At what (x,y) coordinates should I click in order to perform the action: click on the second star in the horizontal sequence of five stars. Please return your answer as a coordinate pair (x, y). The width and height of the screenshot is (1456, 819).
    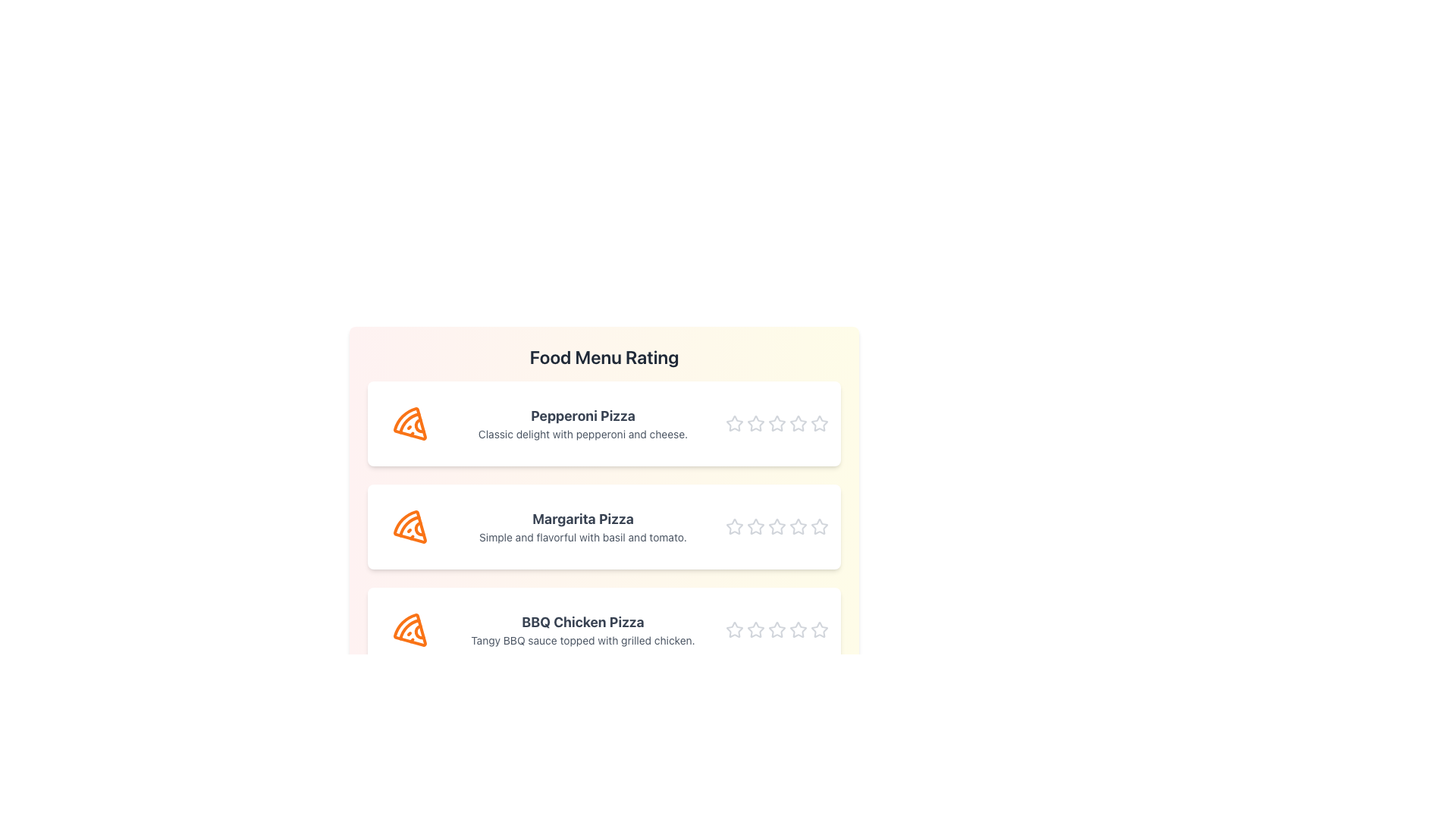
    Looking at the image, I should click on (756, 526).